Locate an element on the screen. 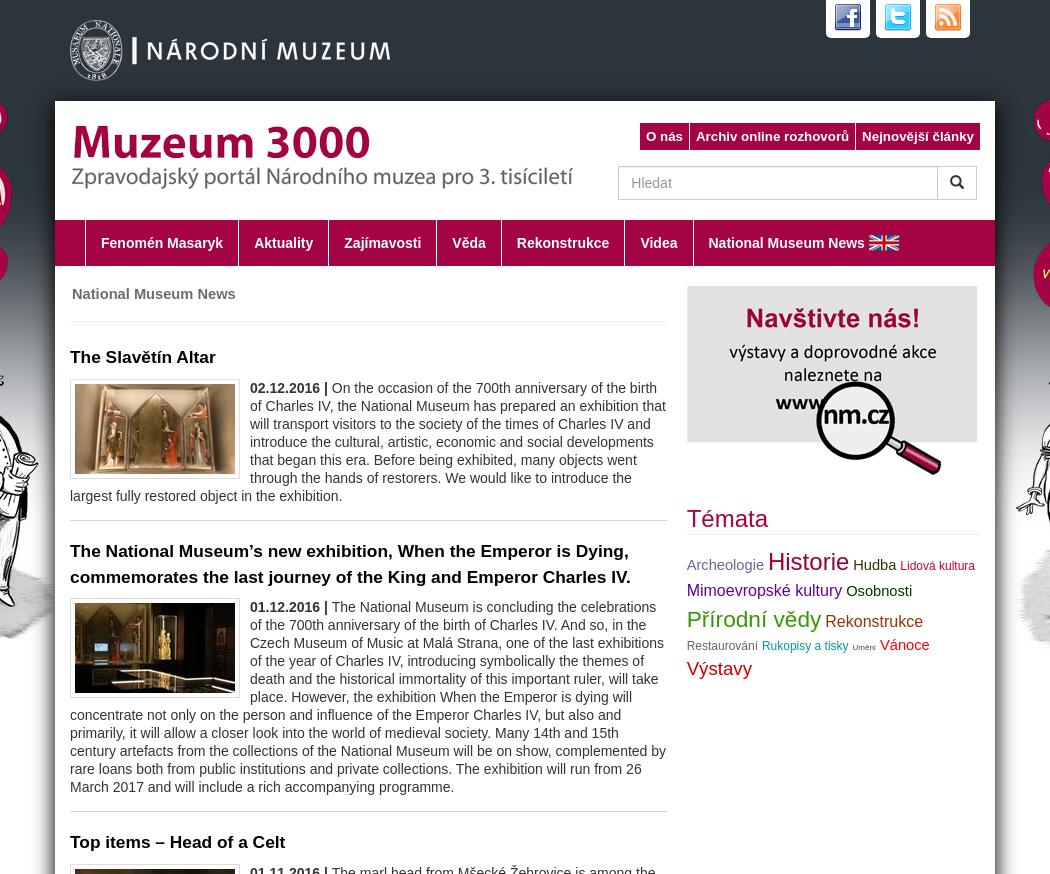  'Umění' is located at coordinates (863, 645).